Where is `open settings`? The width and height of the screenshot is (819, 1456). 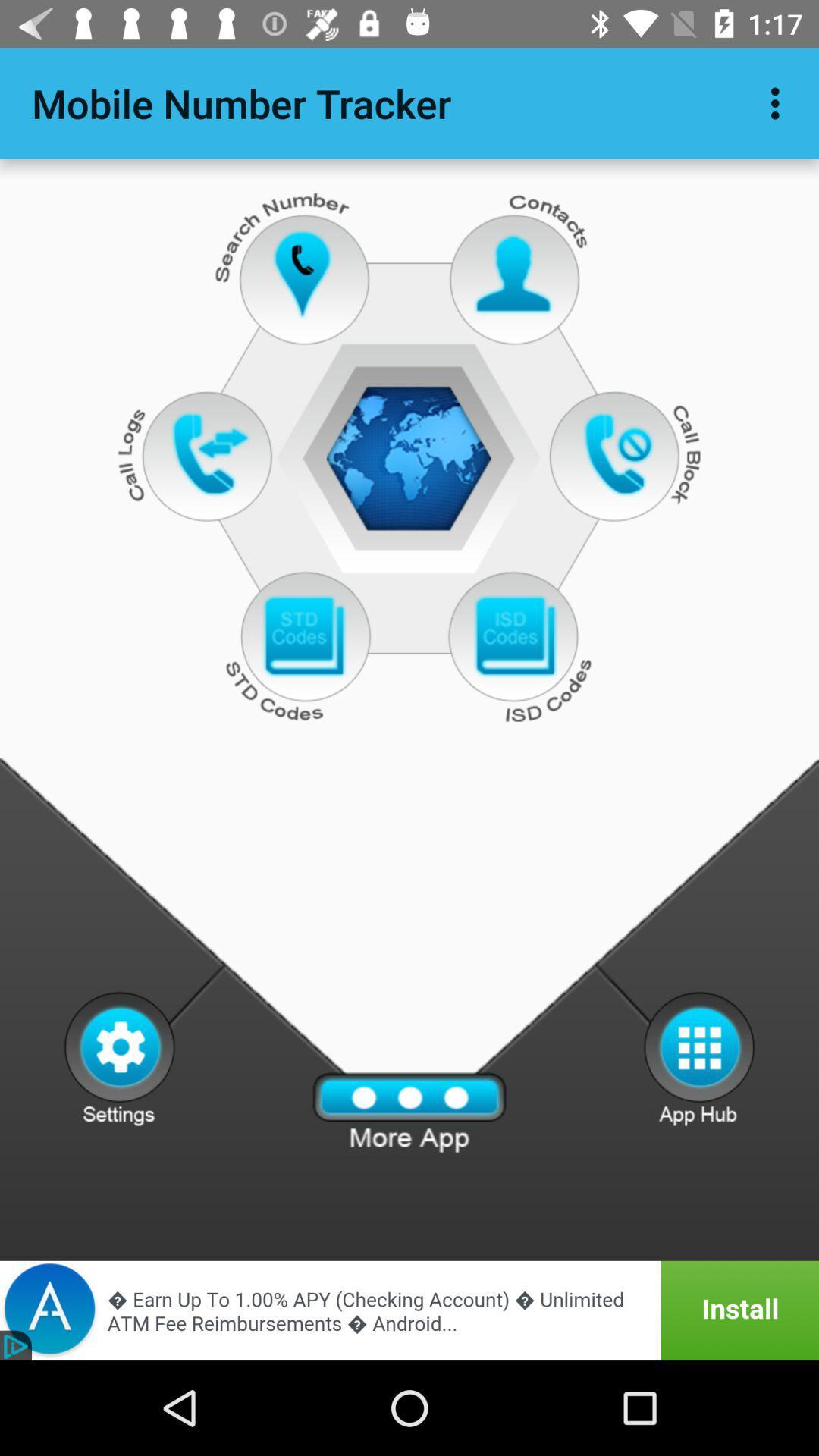
open settings is located at coordinates (118, 1057).